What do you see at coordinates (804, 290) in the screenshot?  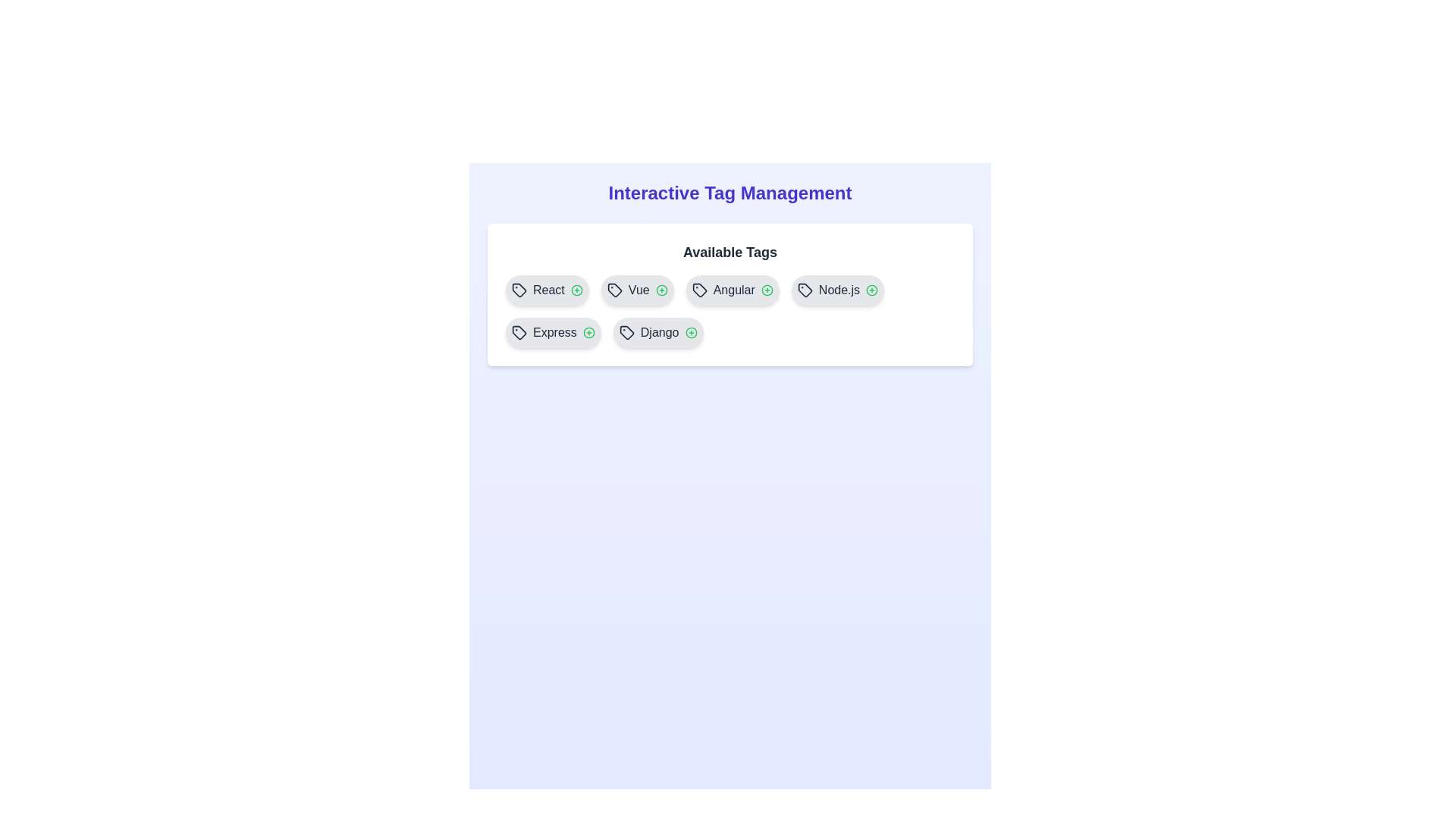 I see `the 'Node.js' tag icon located in the tag group, positioned between the 'Angular' tag and an action icon` at bounding box center [804, 290].